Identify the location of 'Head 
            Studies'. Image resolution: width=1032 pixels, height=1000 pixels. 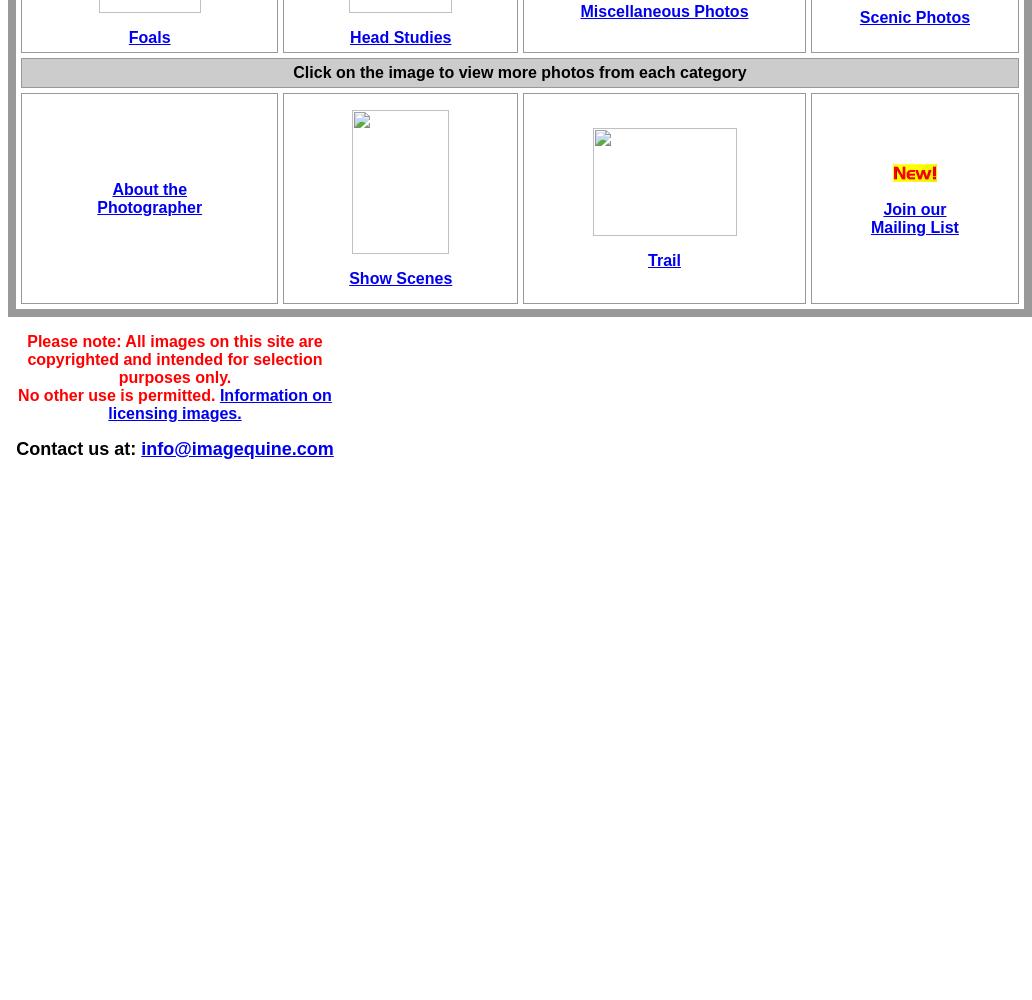
(399, 37).